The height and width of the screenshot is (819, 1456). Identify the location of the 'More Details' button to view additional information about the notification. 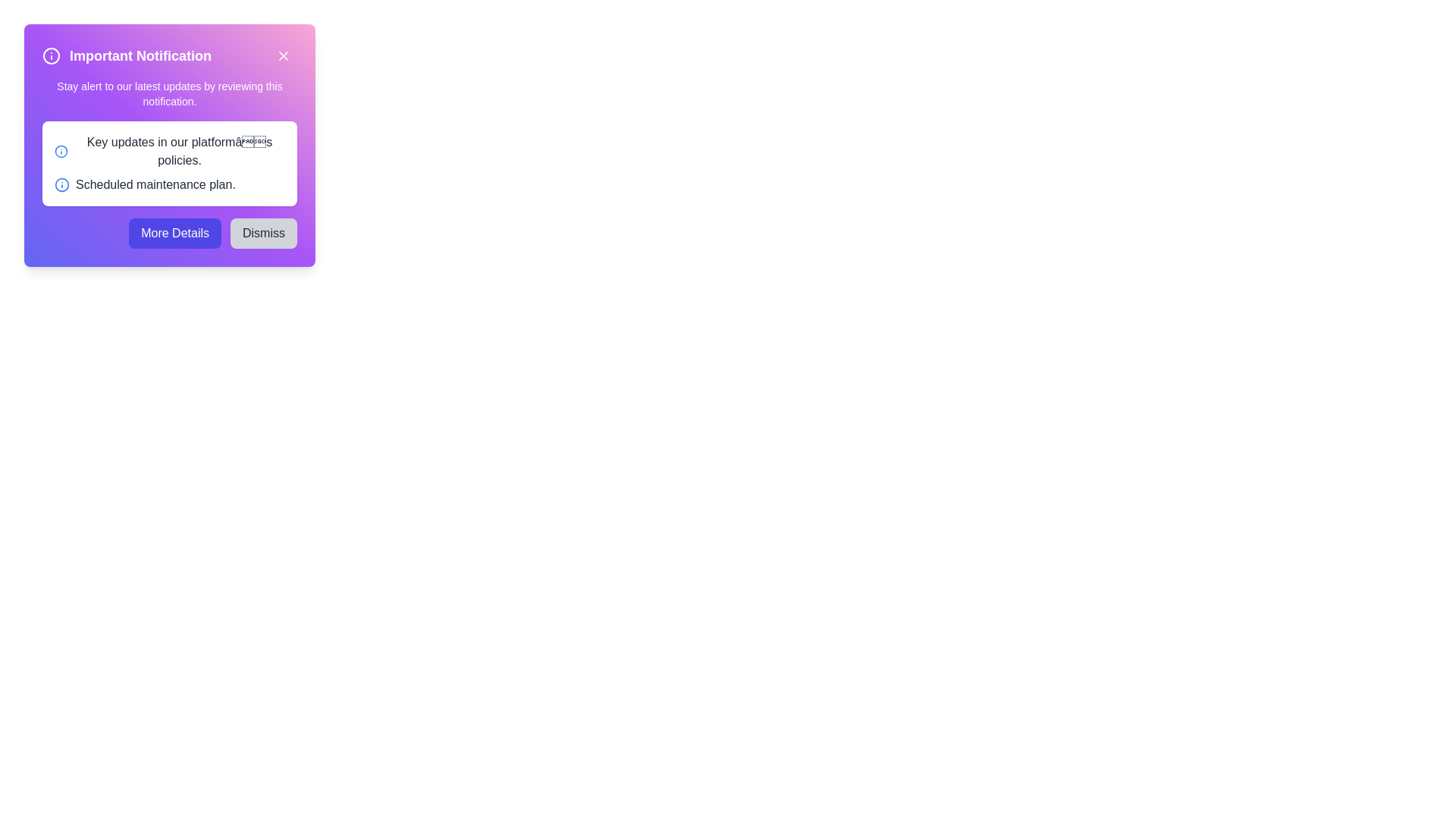
(174, 234).